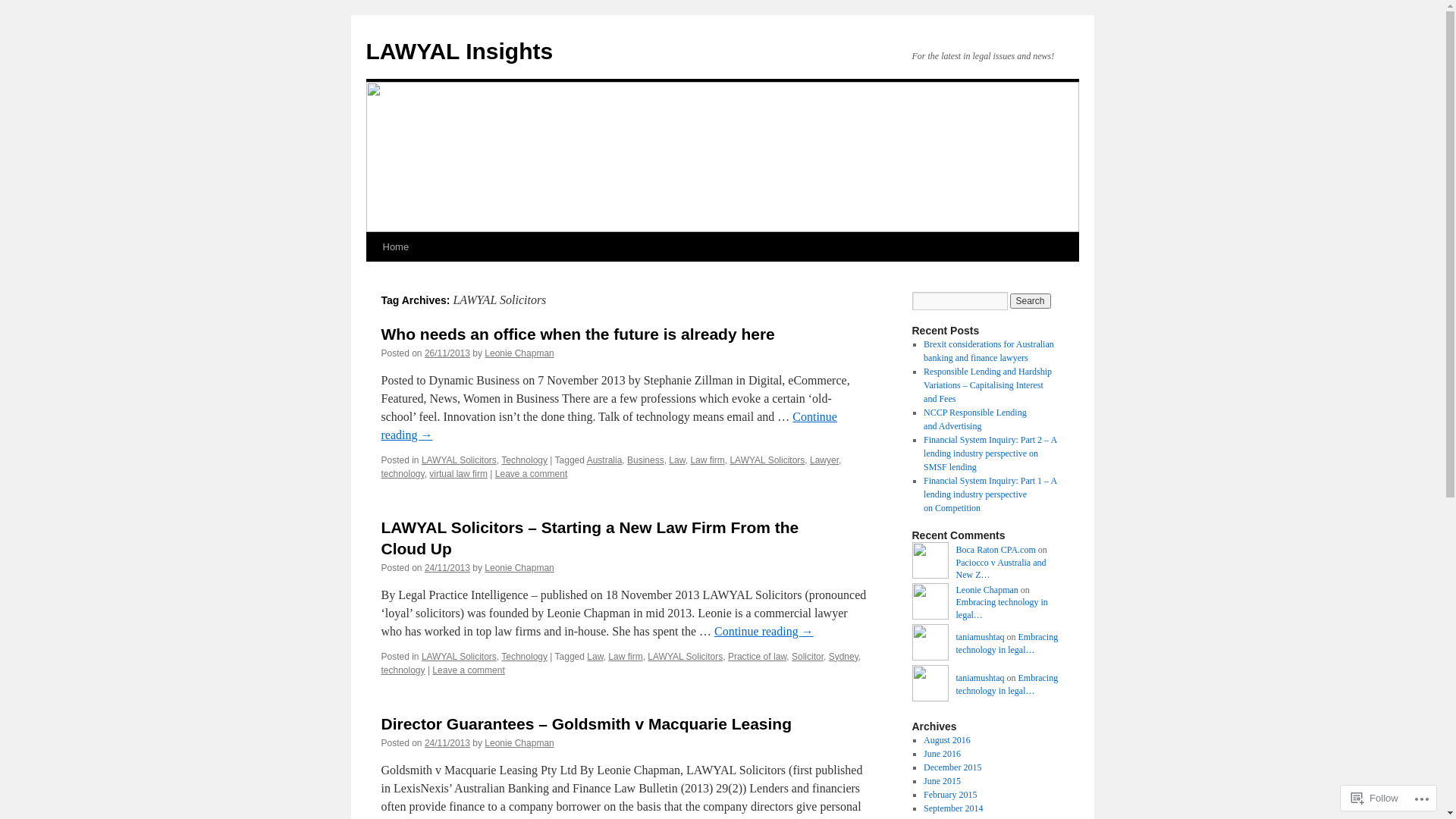 This screenshot has width=1456, height=819. What do you see at coordinates (402, 472) in the screenshot?
I see `'technology'` at bounding box center [402, 472].